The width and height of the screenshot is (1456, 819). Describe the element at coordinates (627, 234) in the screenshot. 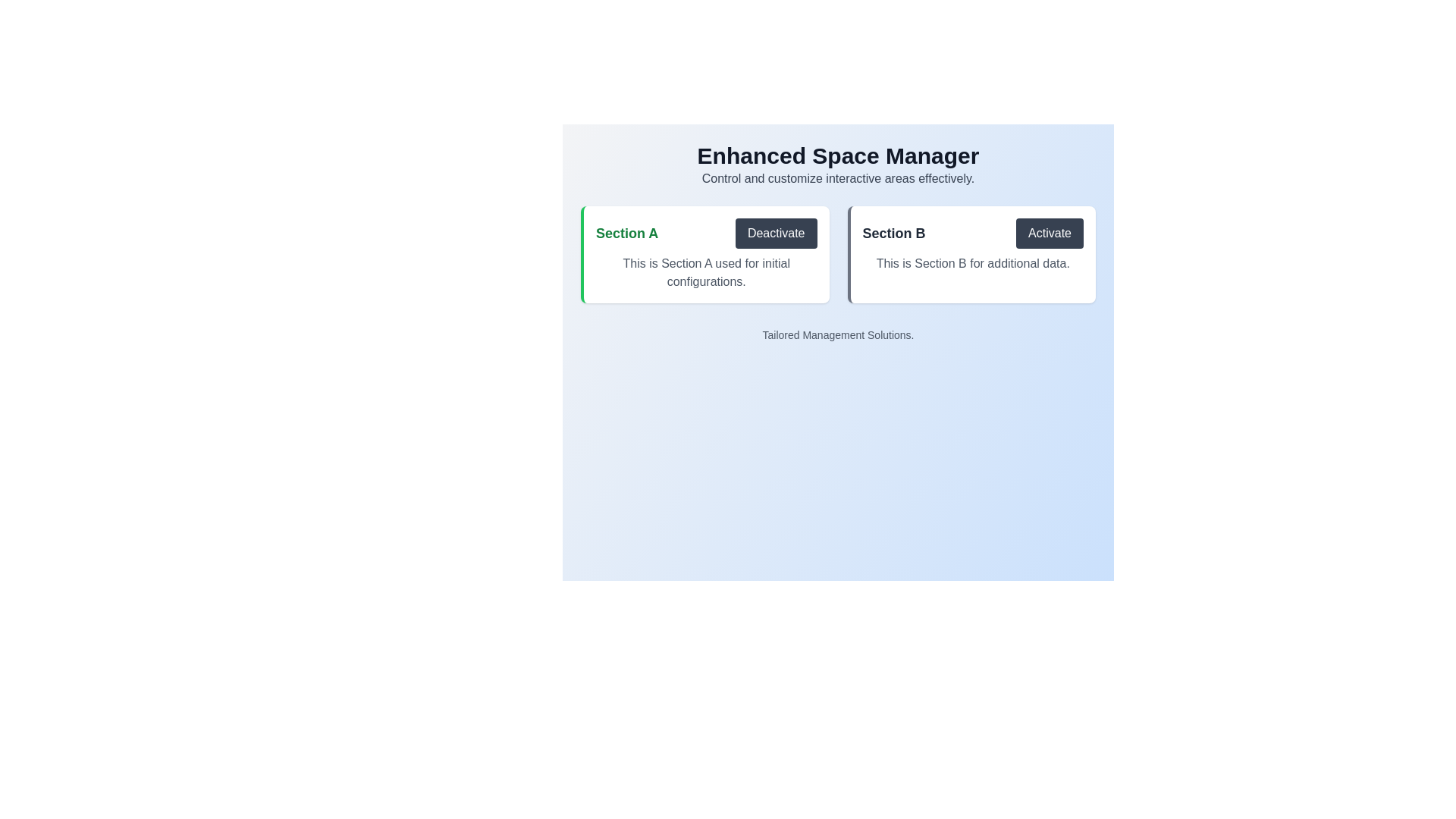

I see `the text label that reads 'Section A', which is styled with a large, bold, green font, located at the top-left corner of a card and to the left of a 'Deactivate' button` at that location.